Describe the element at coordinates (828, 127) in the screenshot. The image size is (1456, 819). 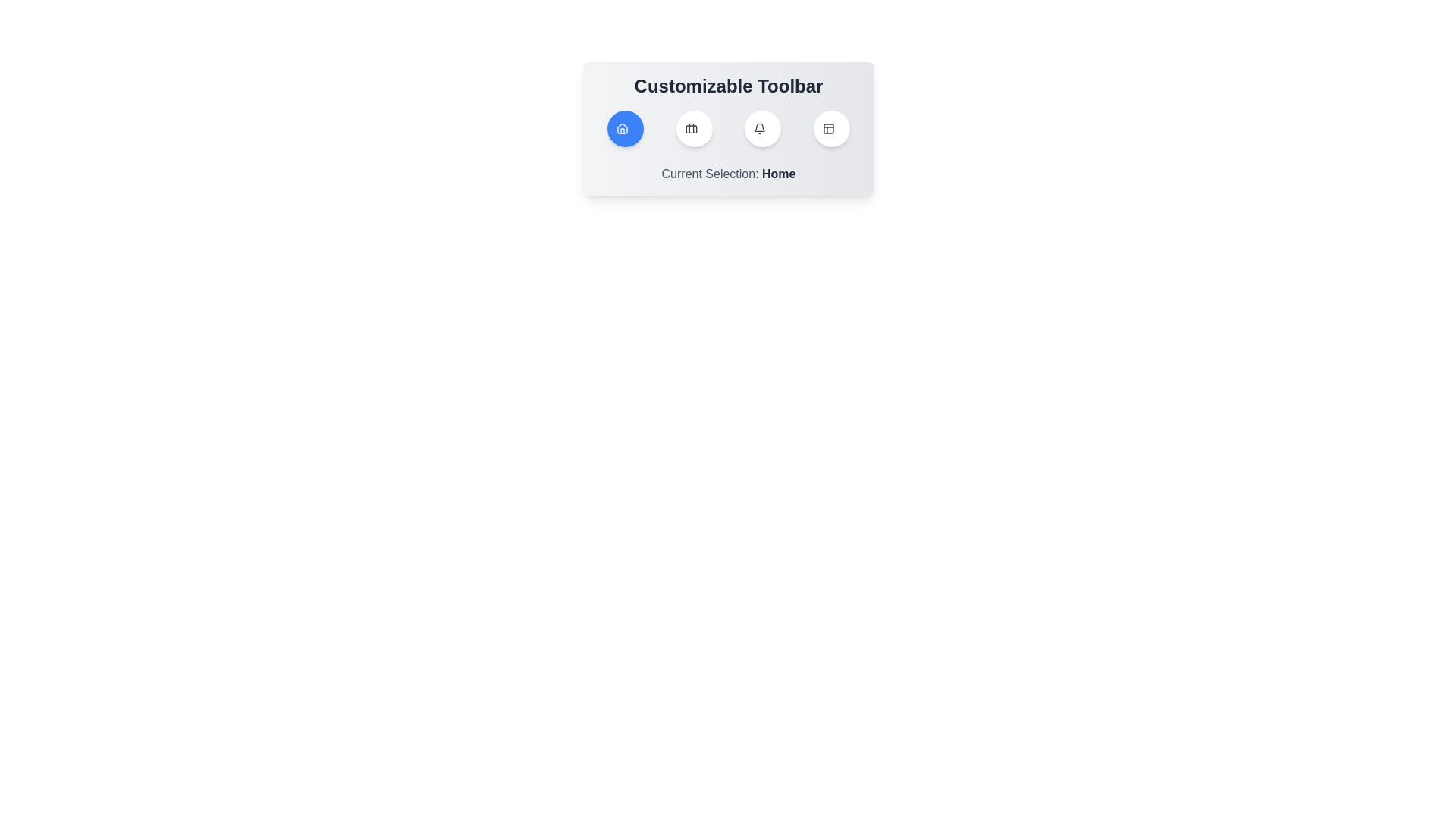
I see `the small rectangle with rounded corners located within the fourth icon from the left in the toolbar containing four circular buttons` at that location.